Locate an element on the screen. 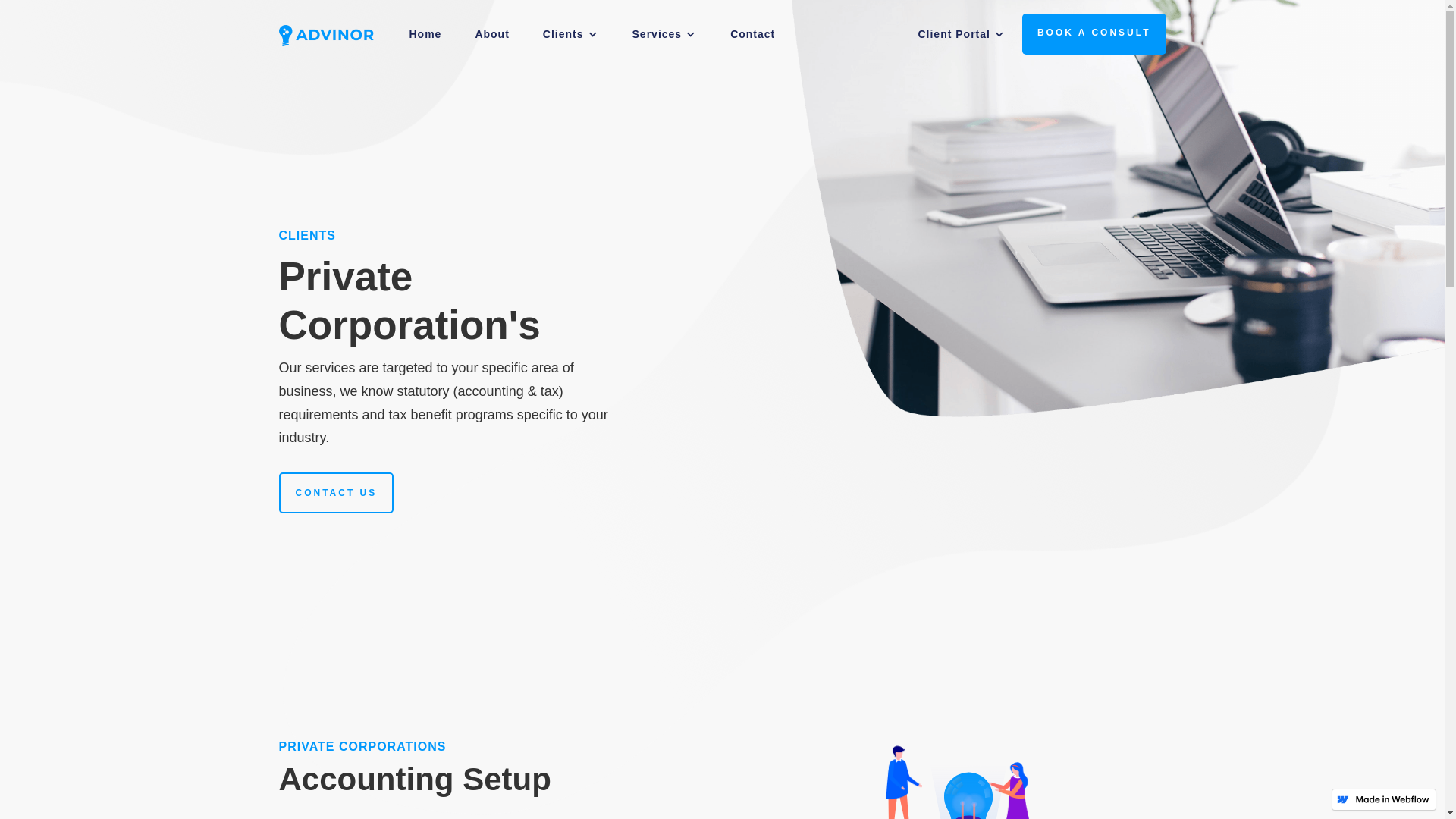 The height and width of the screenshot is (819, 1456). 'Home' is located at coordinates (425, 34).